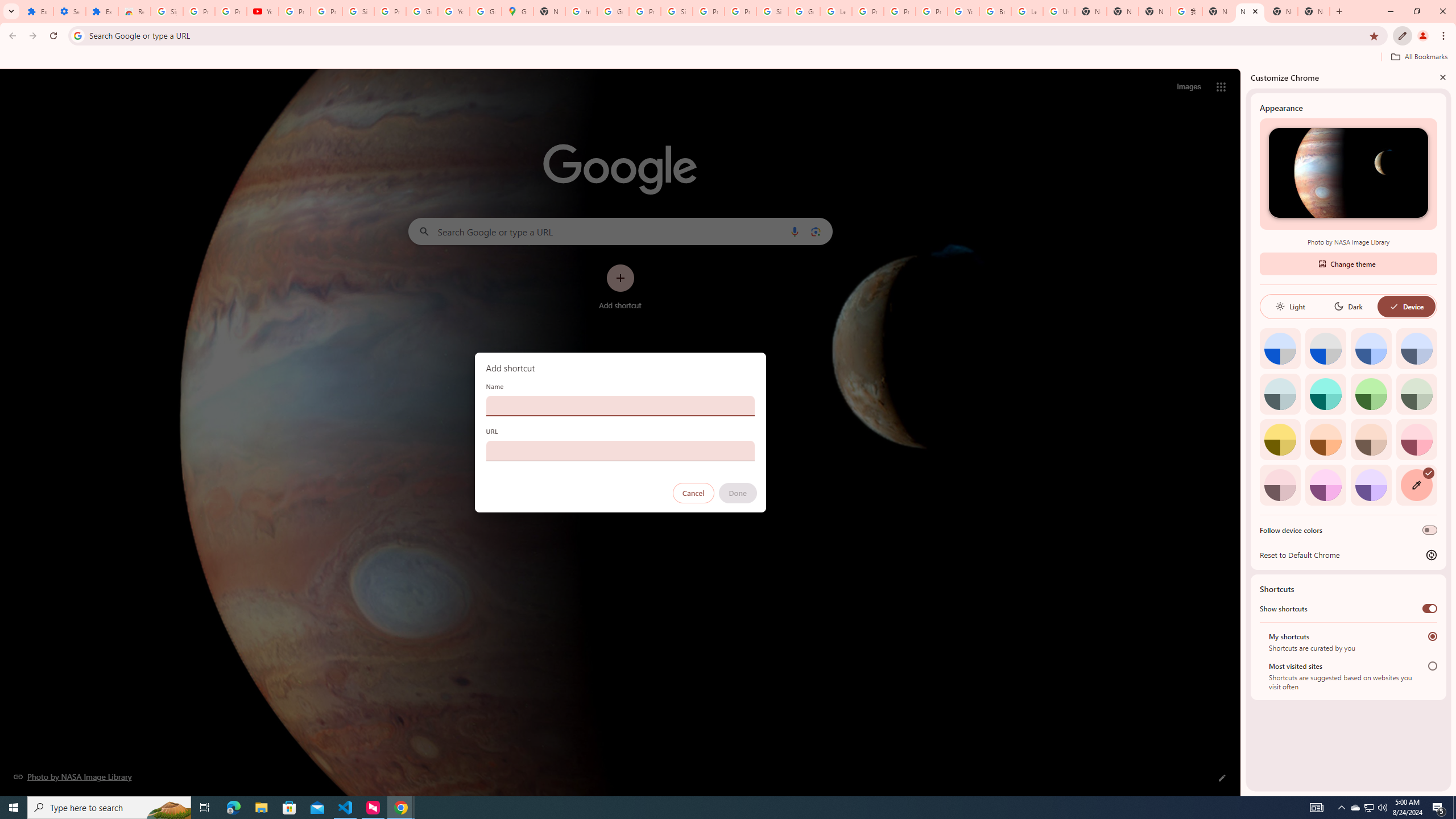  I want to click on 'Aqua', so click(1325, 394).